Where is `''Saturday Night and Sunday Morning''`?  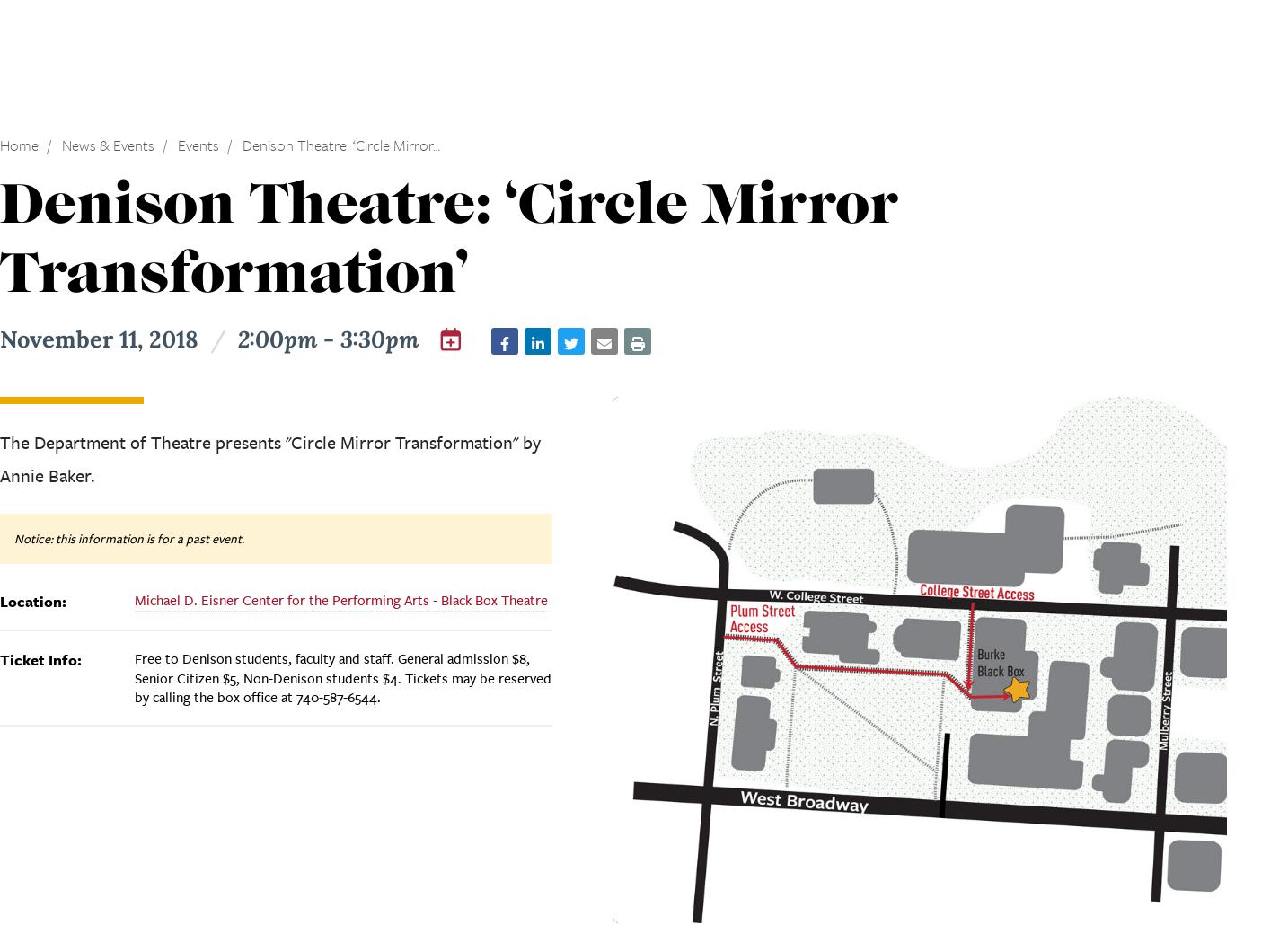 ''Saturday Night and Sunday Morning'' is located at coordinates (285, 402).